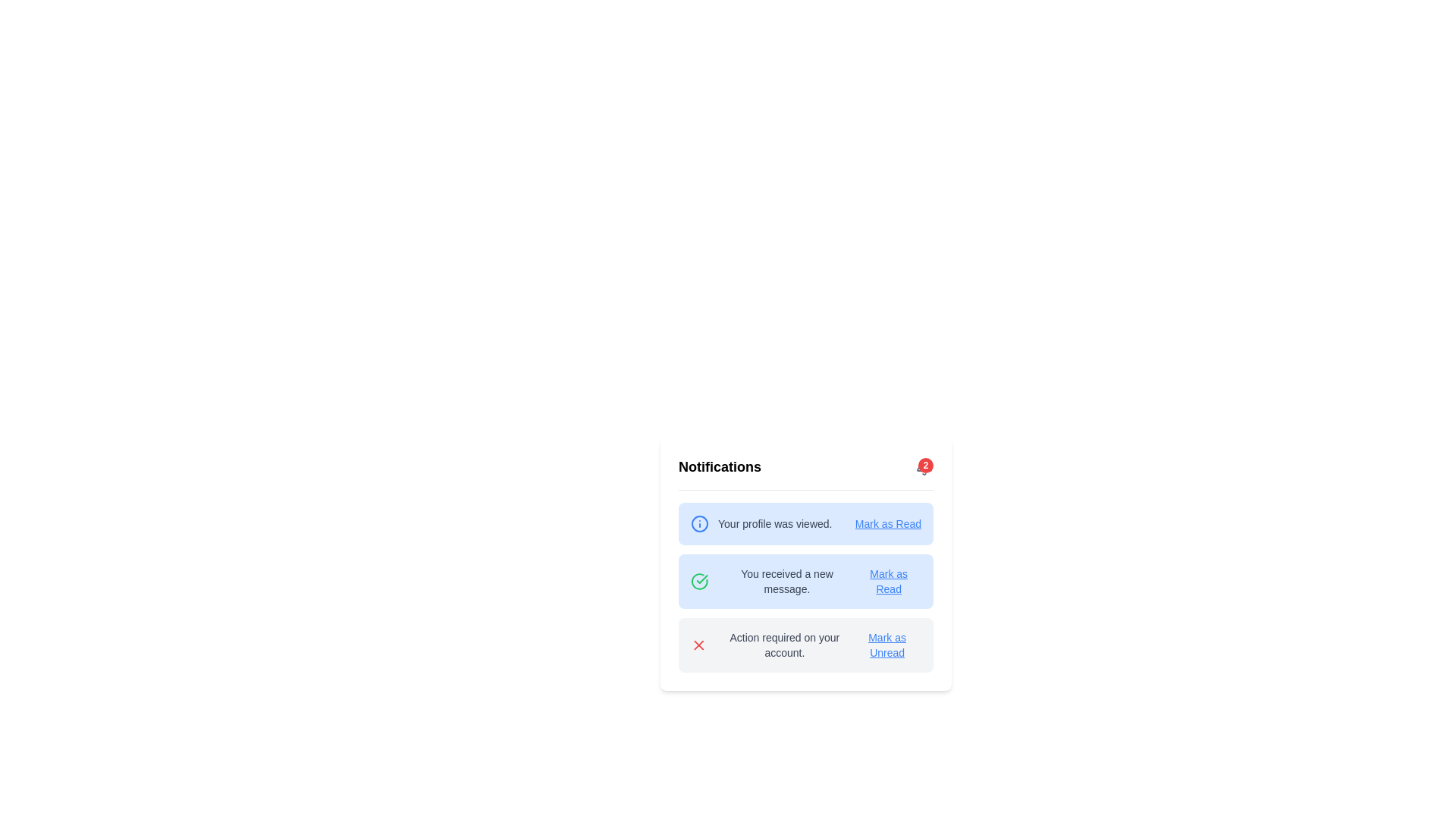 This screenshot has width=1456, height=819. What do you see at coordinates (698, 581) in the screenshot?
I see `the success confirmation icon positioned to the left of the text 'You received a new message.'` at bounding box center [698, 581].